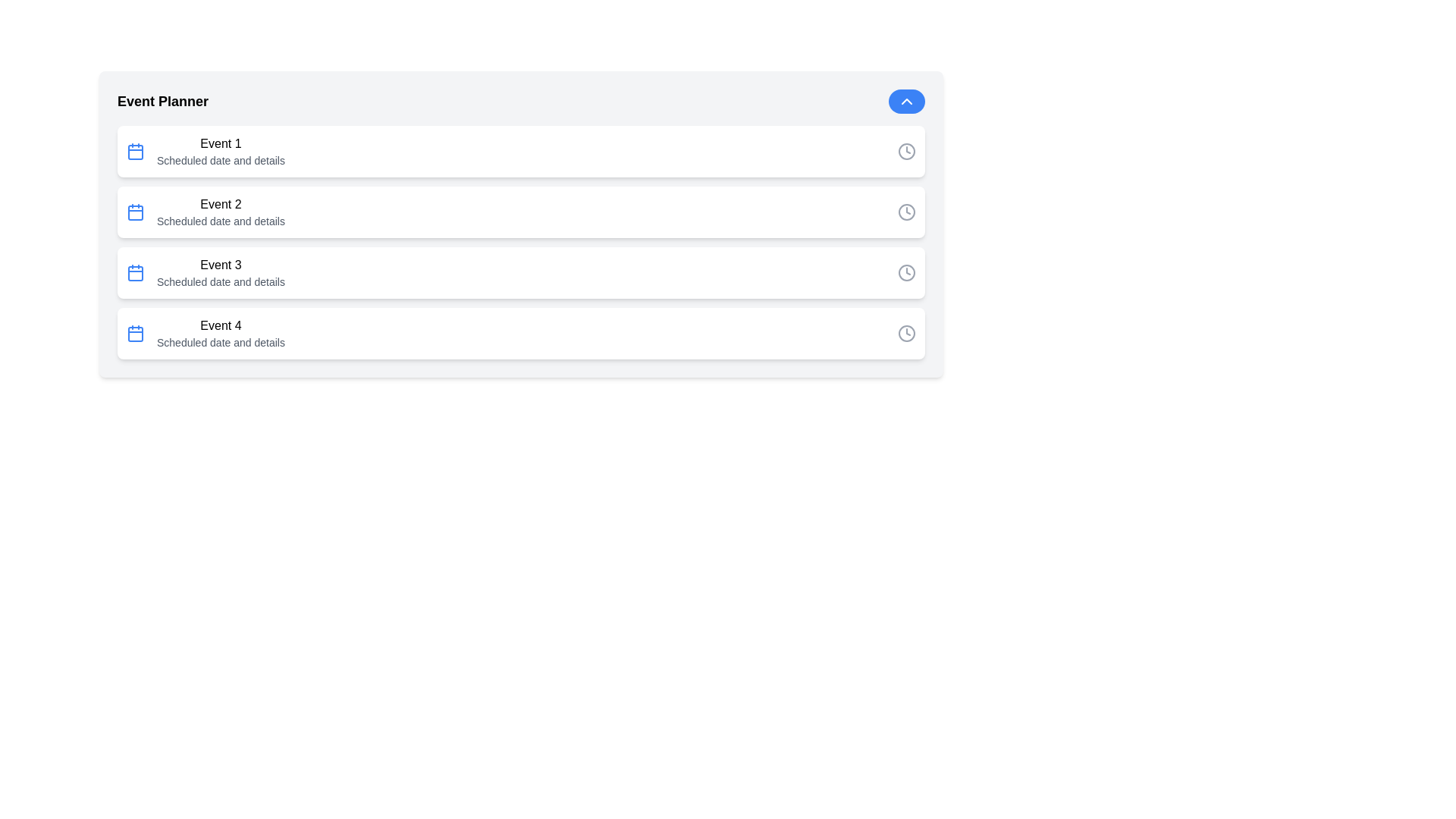 The width and height of the screenshot is (1456, 819). What do you see at coordinates (135, 271) in the screenshot?
I see `the calendar icon indicating date-related information for 'Event 3'` at bounding box center [135, 271].